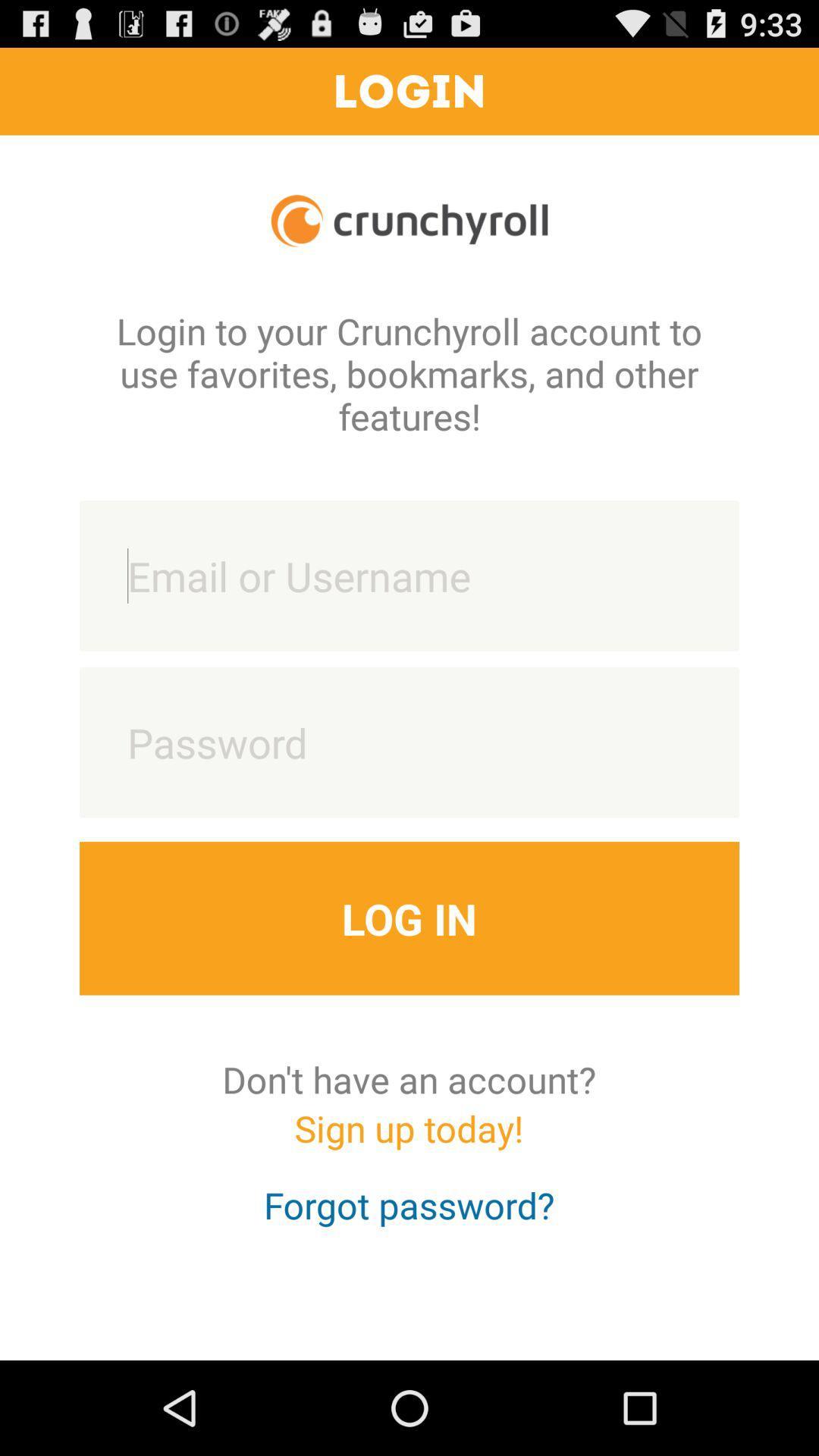 The image size is (819, 1456). Describe the element at coordinates (408, 1142) in the screenshot. I see `the app below don t have icon` at that location.